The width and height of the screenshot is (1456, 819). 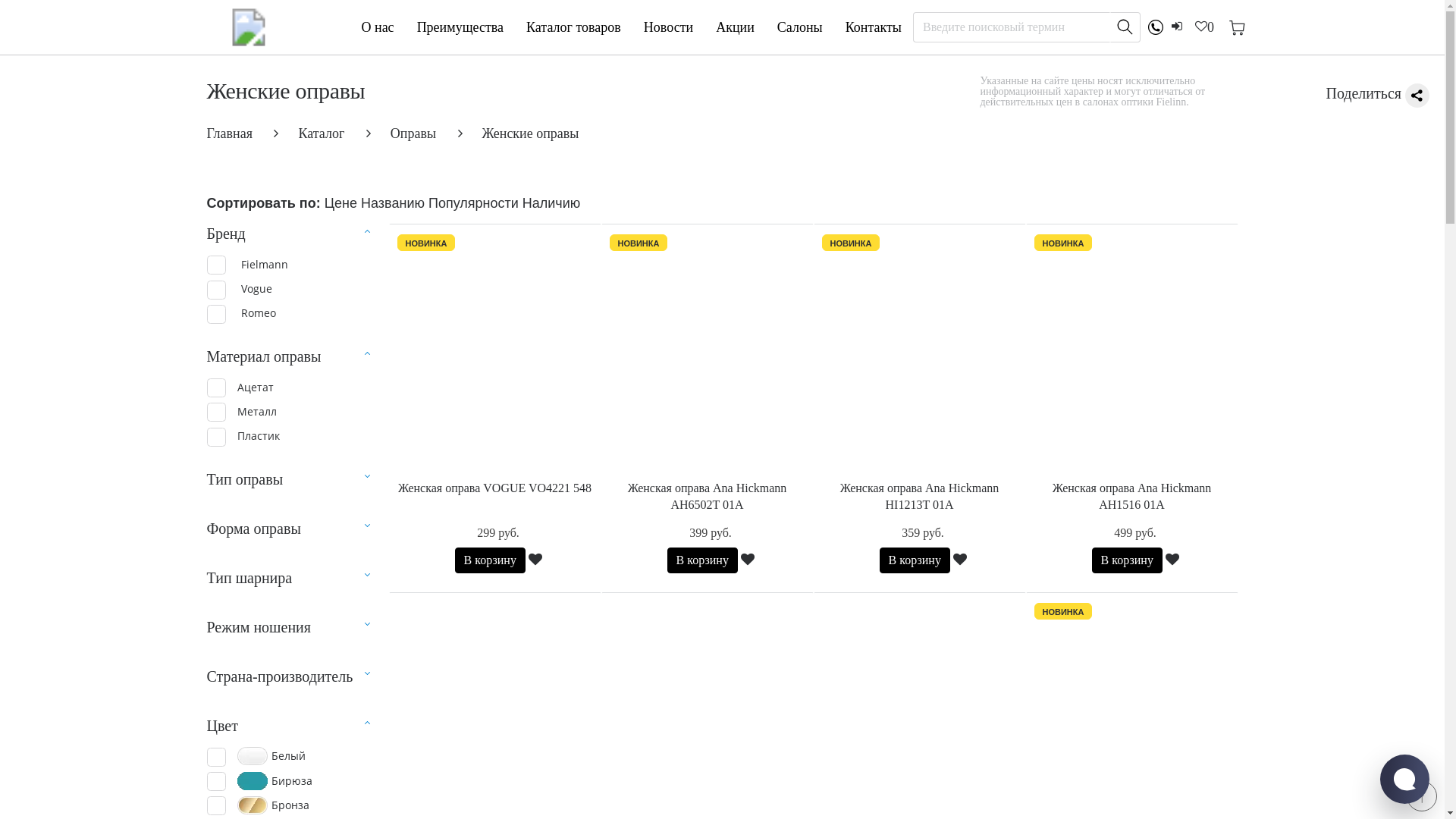 I want to click on 'Y', so click(x=215, y=412).